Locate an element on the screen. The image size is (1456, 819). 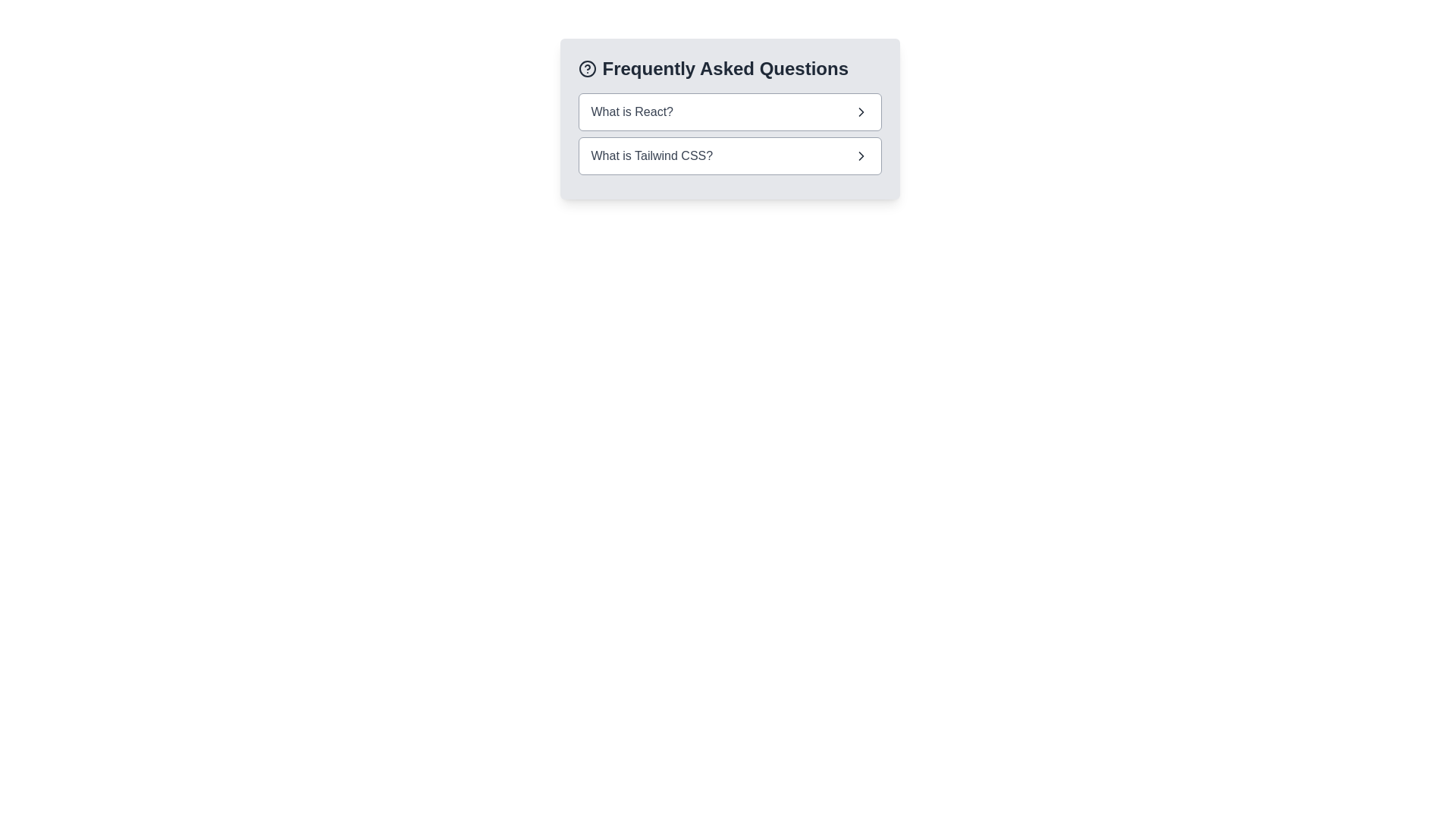
the small right-pointing chevron icon located on the right side of the lower question item 'What is Tailwind CSS?' in the FAQ list is located at coordinates (861, 155).